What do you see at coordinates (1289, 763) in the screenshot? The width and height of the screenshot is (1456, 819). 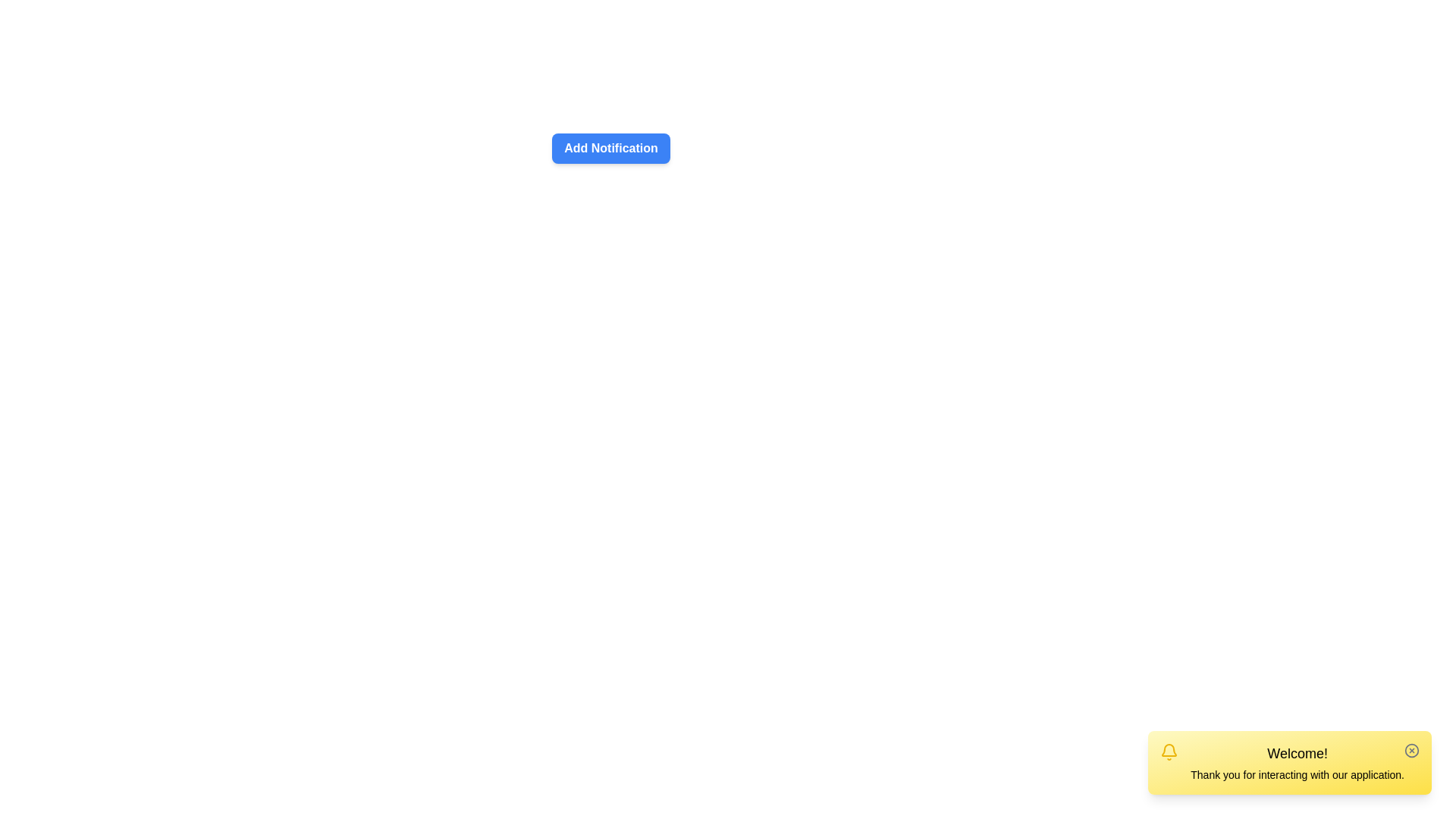 I see `the Notification Box located at the bottom-right corner of the viewport, which greets the user and provides feedback about their interaction with the application` at bounding box center [1289, 763].